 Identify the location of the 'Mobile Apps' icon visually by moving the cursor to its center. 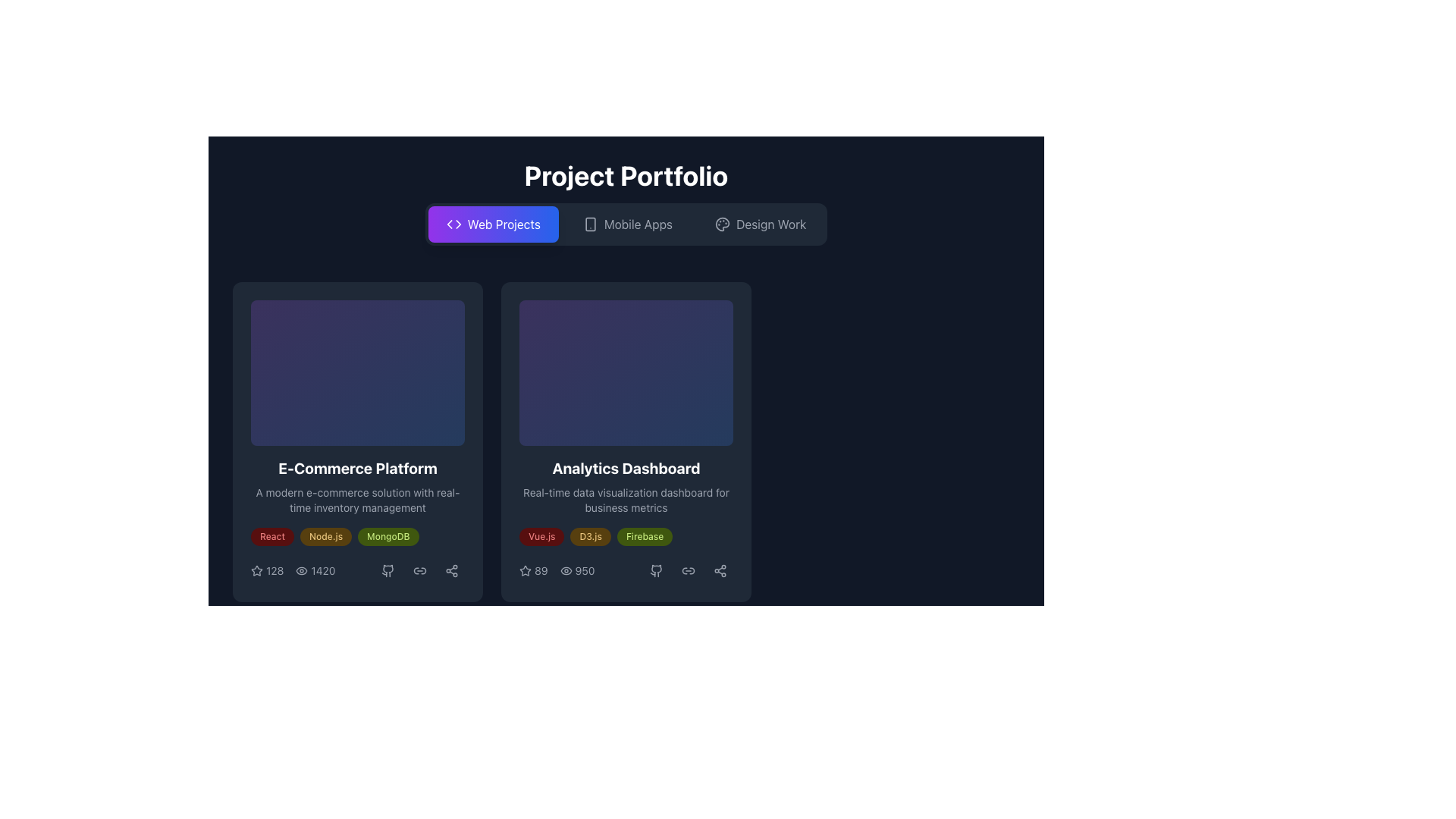
(589, 224).